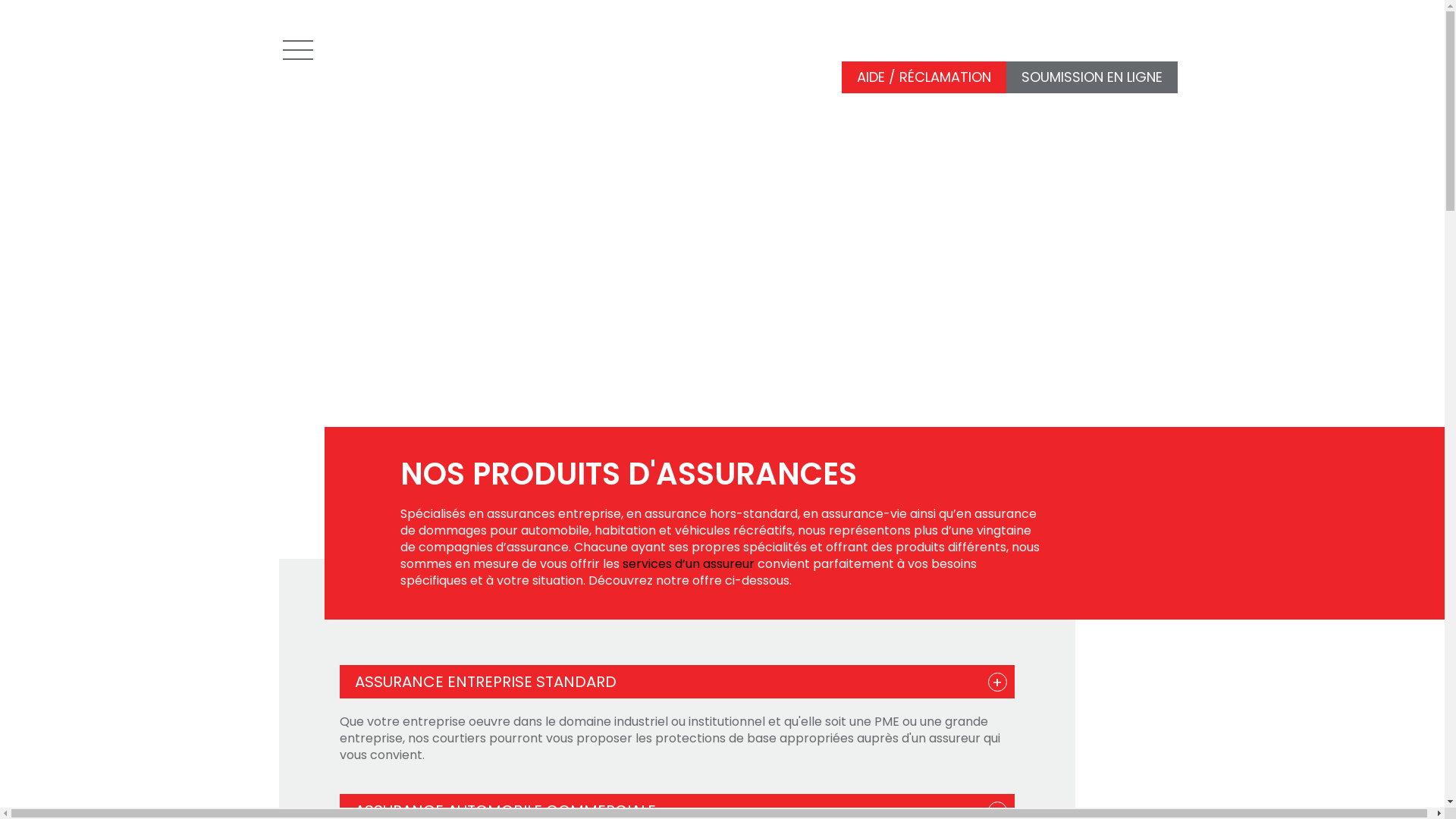 The width and height of the screenshot is (1456, 819). What do you see at coordinates (1090, 77) in the screenshot?
I see `'SOUMISSION EN LIGNE'` at bounding box center [1090, 77].